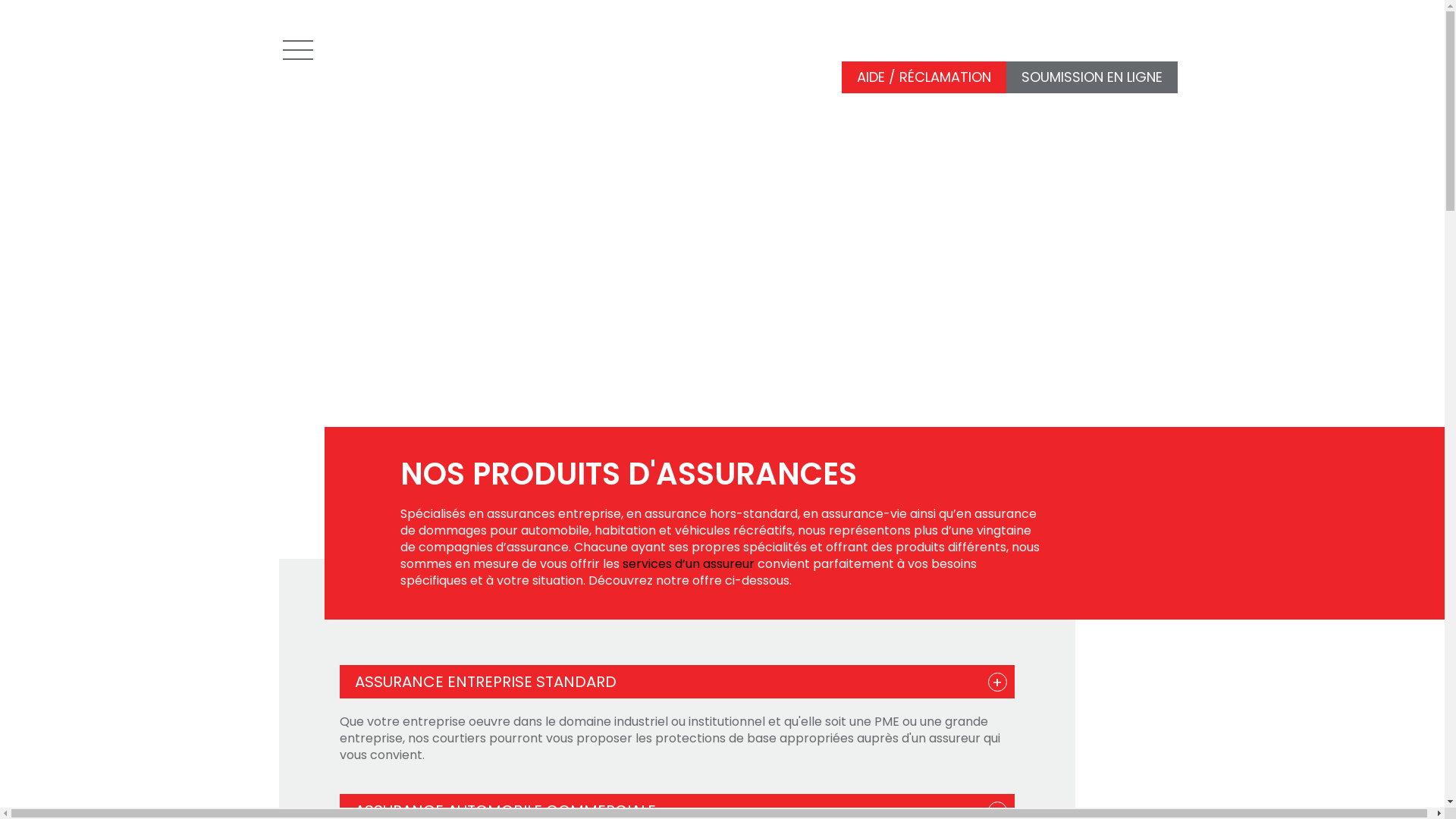 The width and height of the screenshot is (1456, 819). What do you see at coordinates (1090, 77) in the screenshot?
I see `'SOUMISSION EN LIGNE'` at bounding box center [1090, 77].